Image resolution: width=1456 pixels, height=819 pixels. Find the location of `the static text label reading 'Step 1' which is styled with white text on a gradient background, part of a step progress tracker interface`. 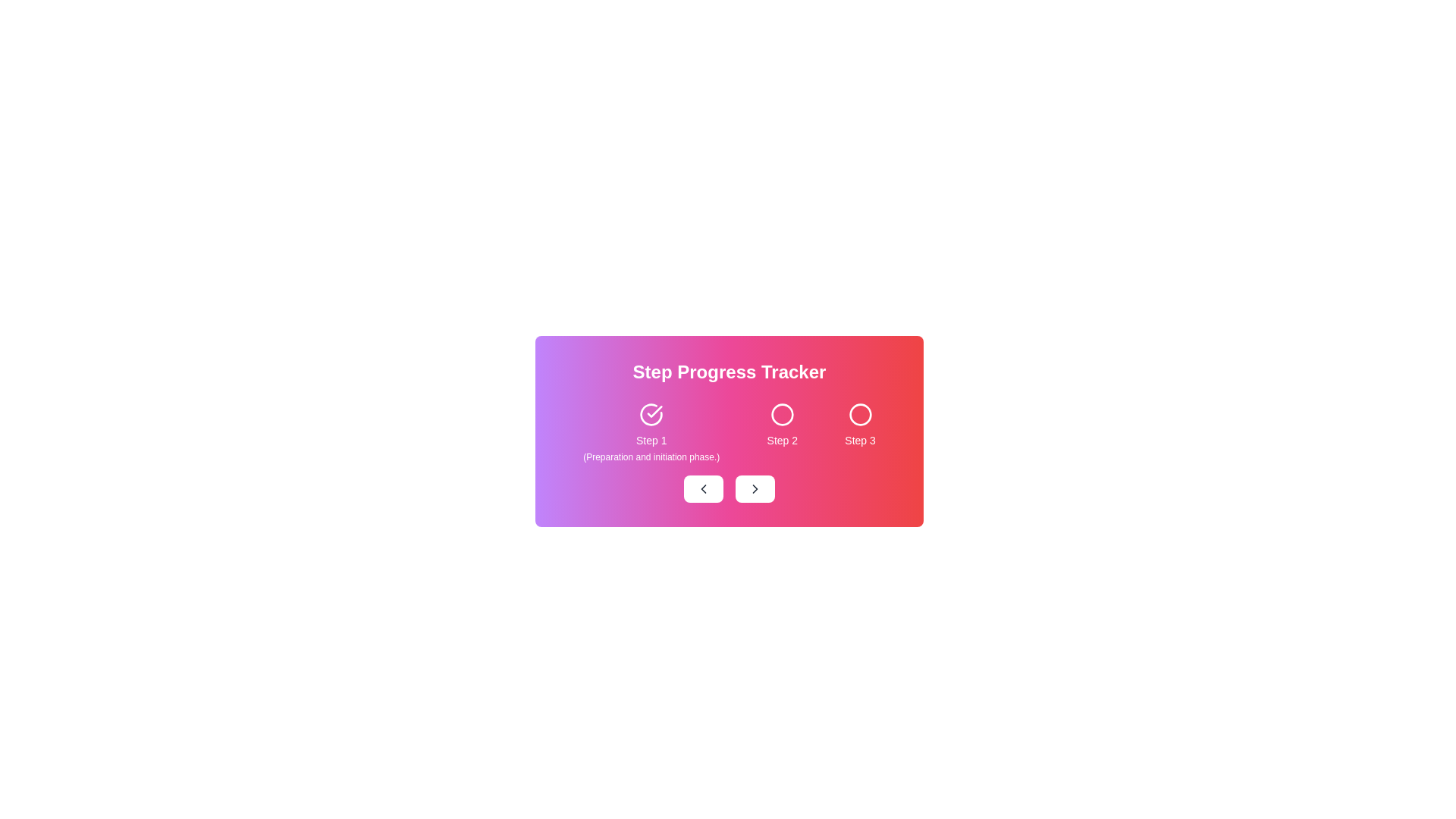

the static text label reading 'Step 1' which is styled with white text on a gradient background, part of a step progress tracker interface is located at coordinates (651, 441).